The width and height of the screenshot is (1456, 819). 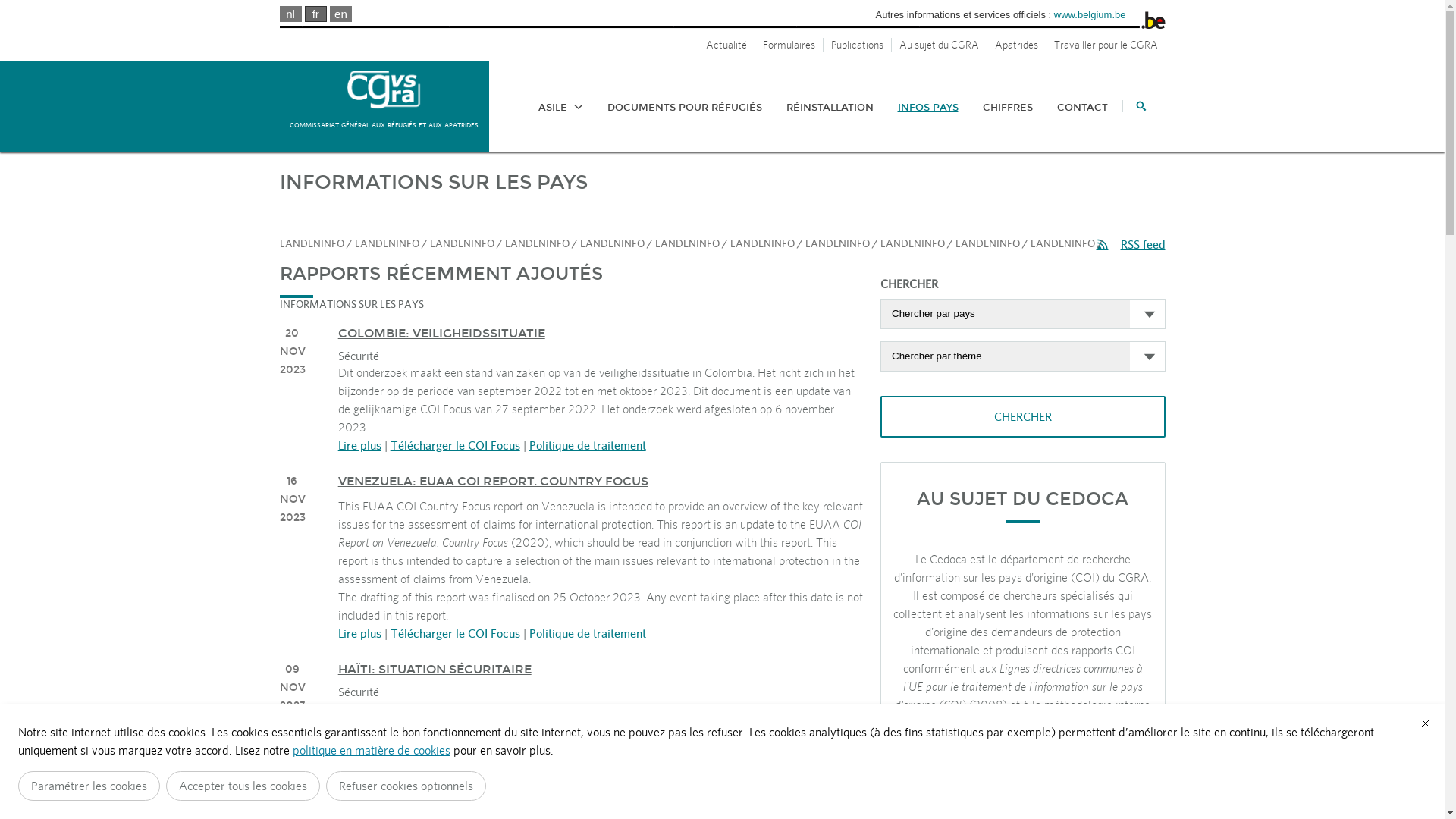 What do you see at coordinates (243, 785) in the screenshot?
I see `'Accepter tous les cookies'` at bounding box center [243, 785].